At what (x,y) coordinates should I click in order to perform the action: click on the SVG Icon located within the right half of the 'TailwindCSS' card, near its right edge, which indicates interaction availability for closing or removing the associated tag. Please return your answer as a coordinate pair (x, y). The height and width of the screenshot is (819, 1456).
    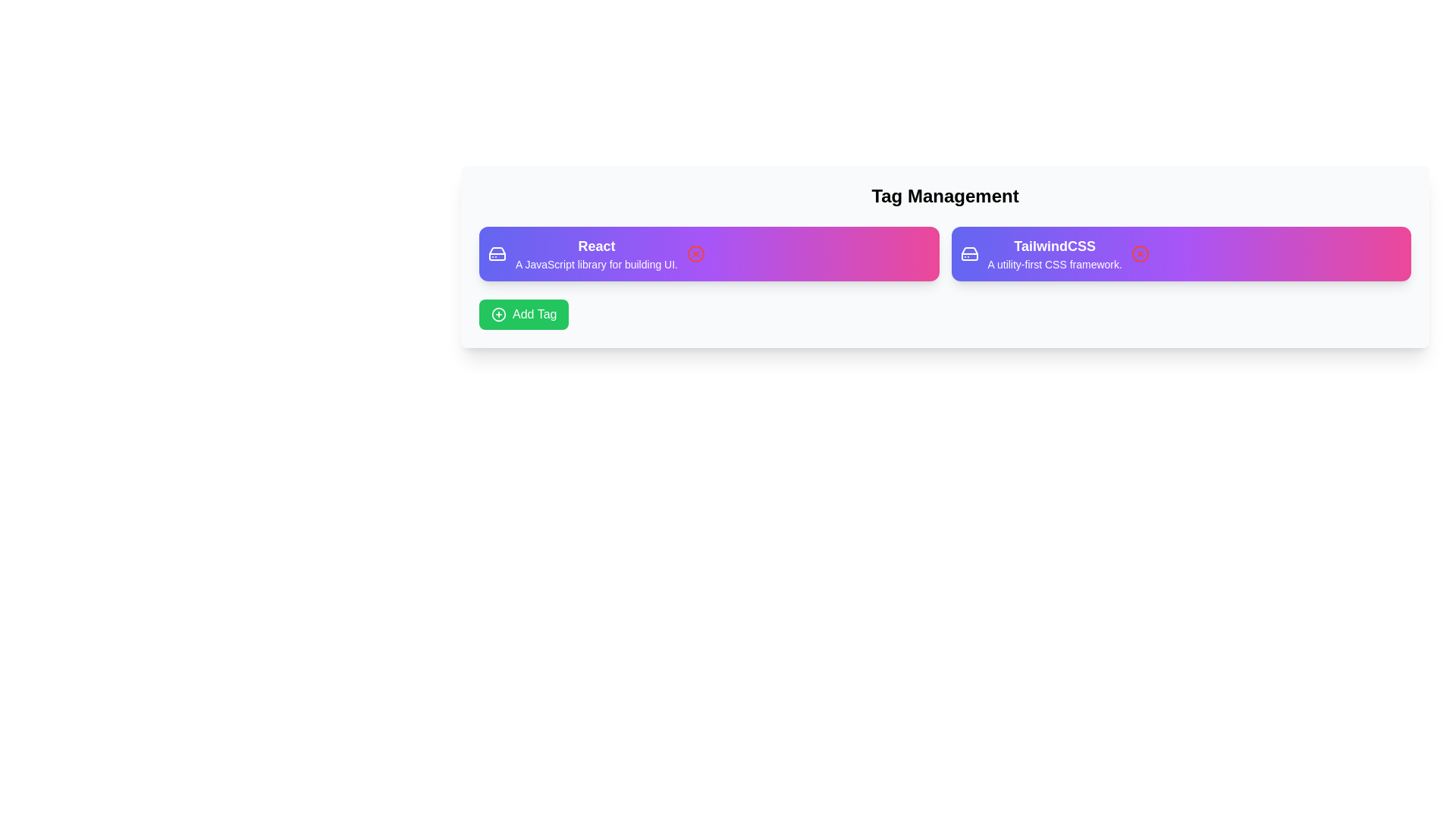
    Looking at the image, I should click on (1140, 253).